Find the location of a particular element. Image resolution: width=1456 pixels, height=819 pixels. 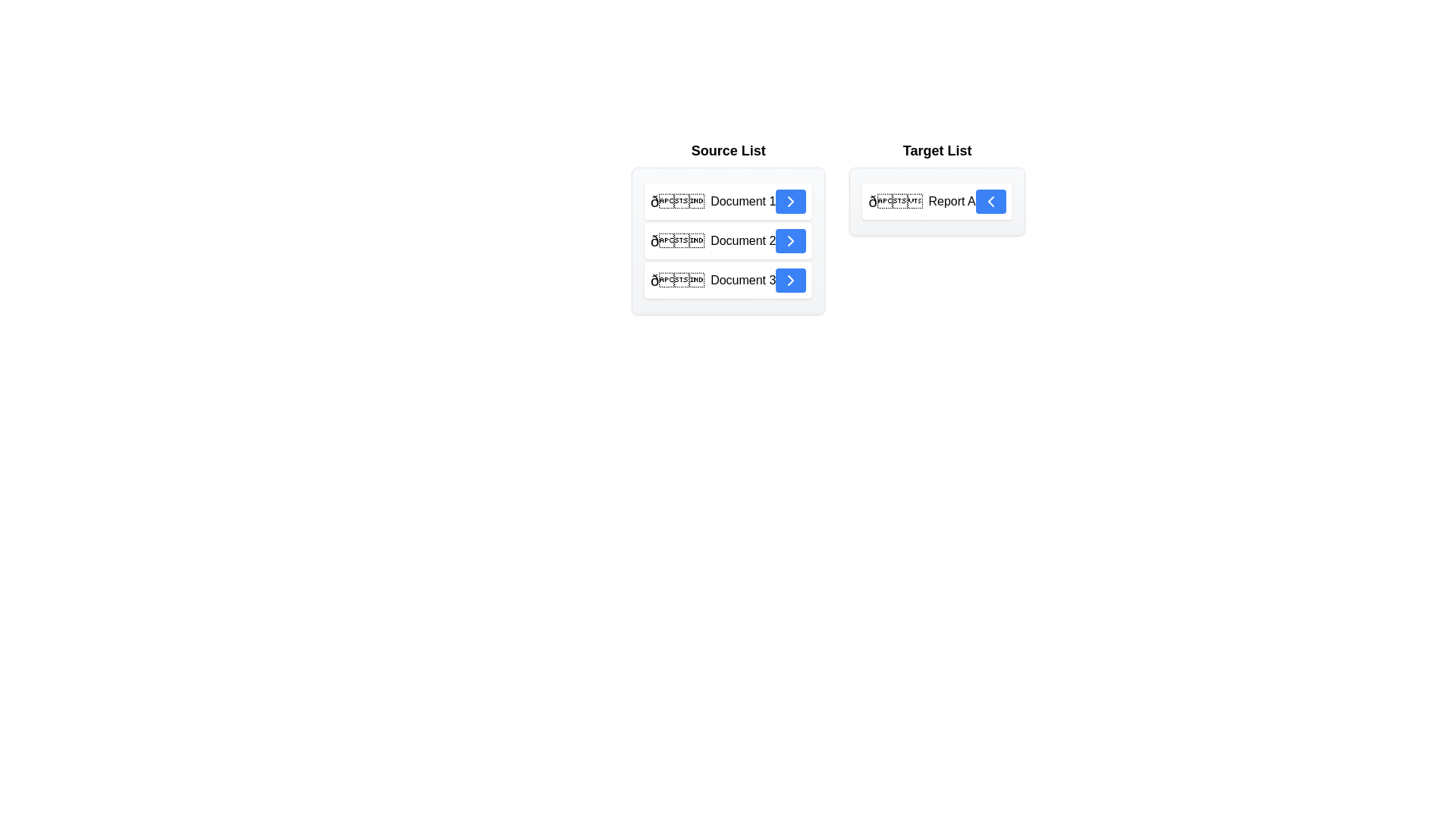

transfer button for the item Report A in the Target List to move it back to the Source List is located at coordinates (990, 201).